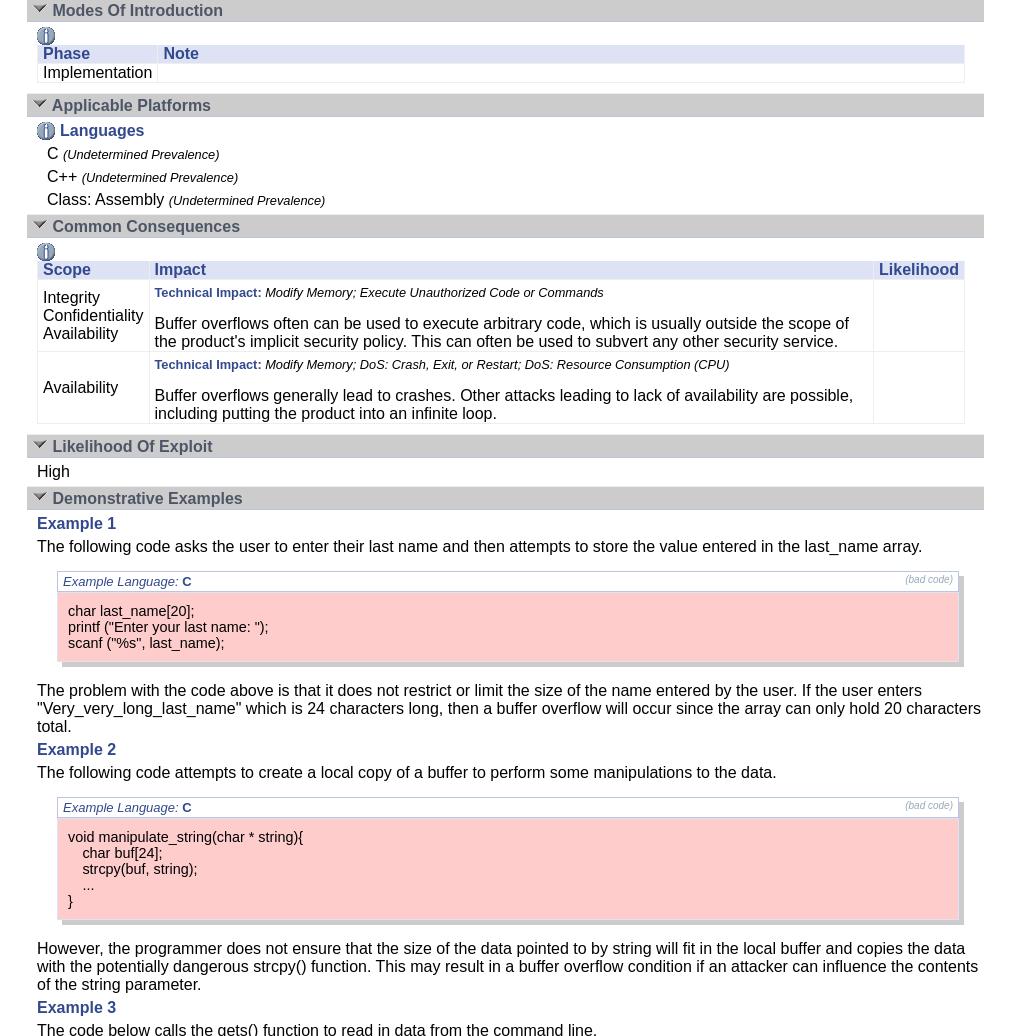 The image size is (1020, 1036). Describe the element at coordinates (66, 53) in the screenshot. I see `'Phase'` at that location.